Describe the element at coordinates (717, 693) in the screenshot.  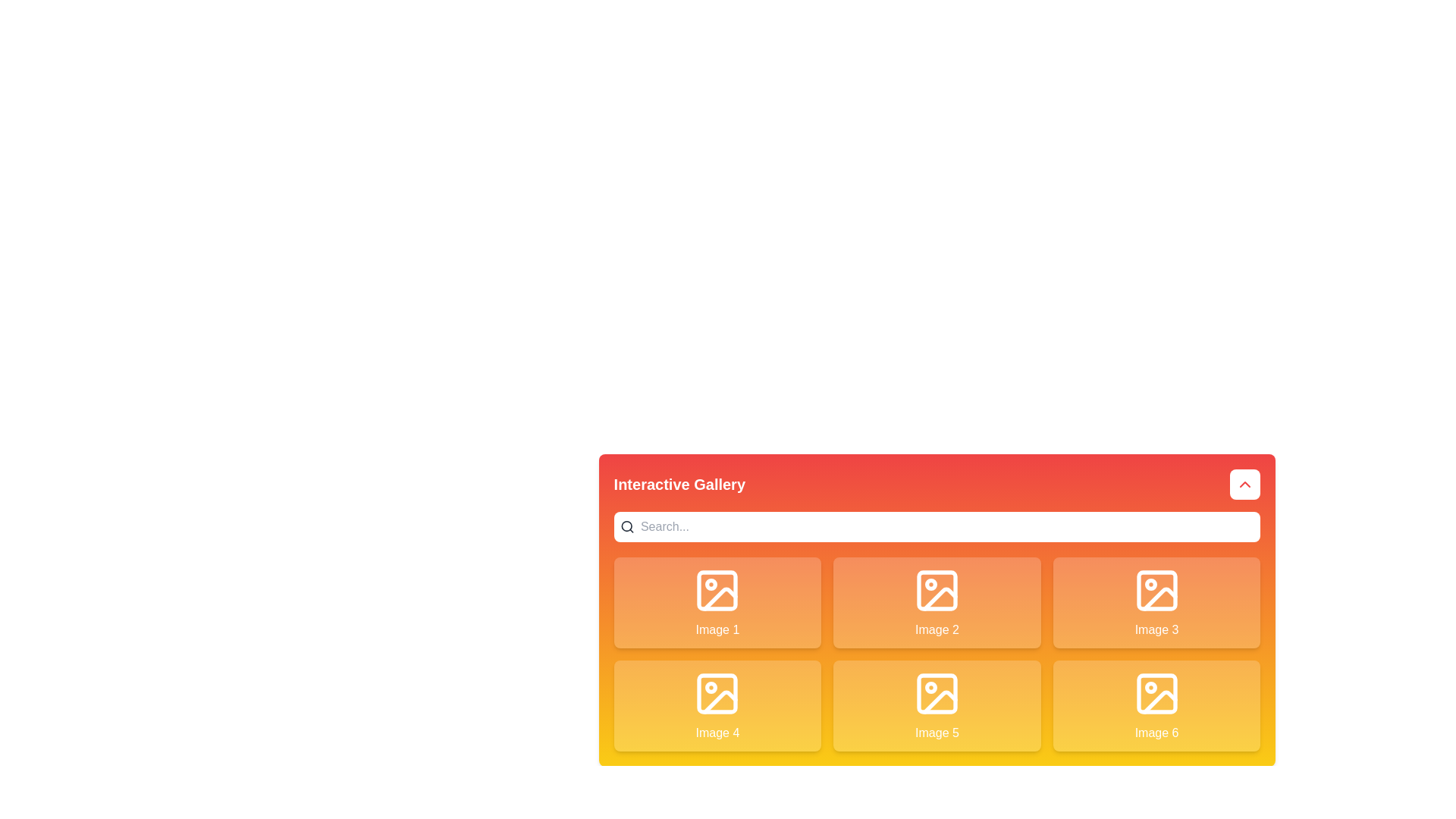
I see `the Rounded Rectangle (SVG element) that visually represents an image icon in the 'Image 4' thumbnail of the second row in the image gallery` at that location.